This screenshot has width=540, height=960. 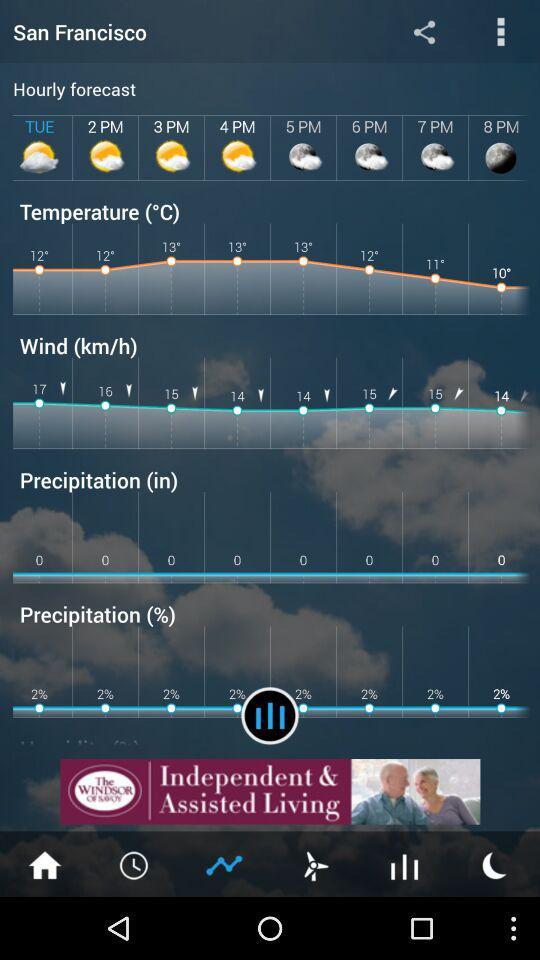 I want to click on see barren lands, so click(x=405, y=863).